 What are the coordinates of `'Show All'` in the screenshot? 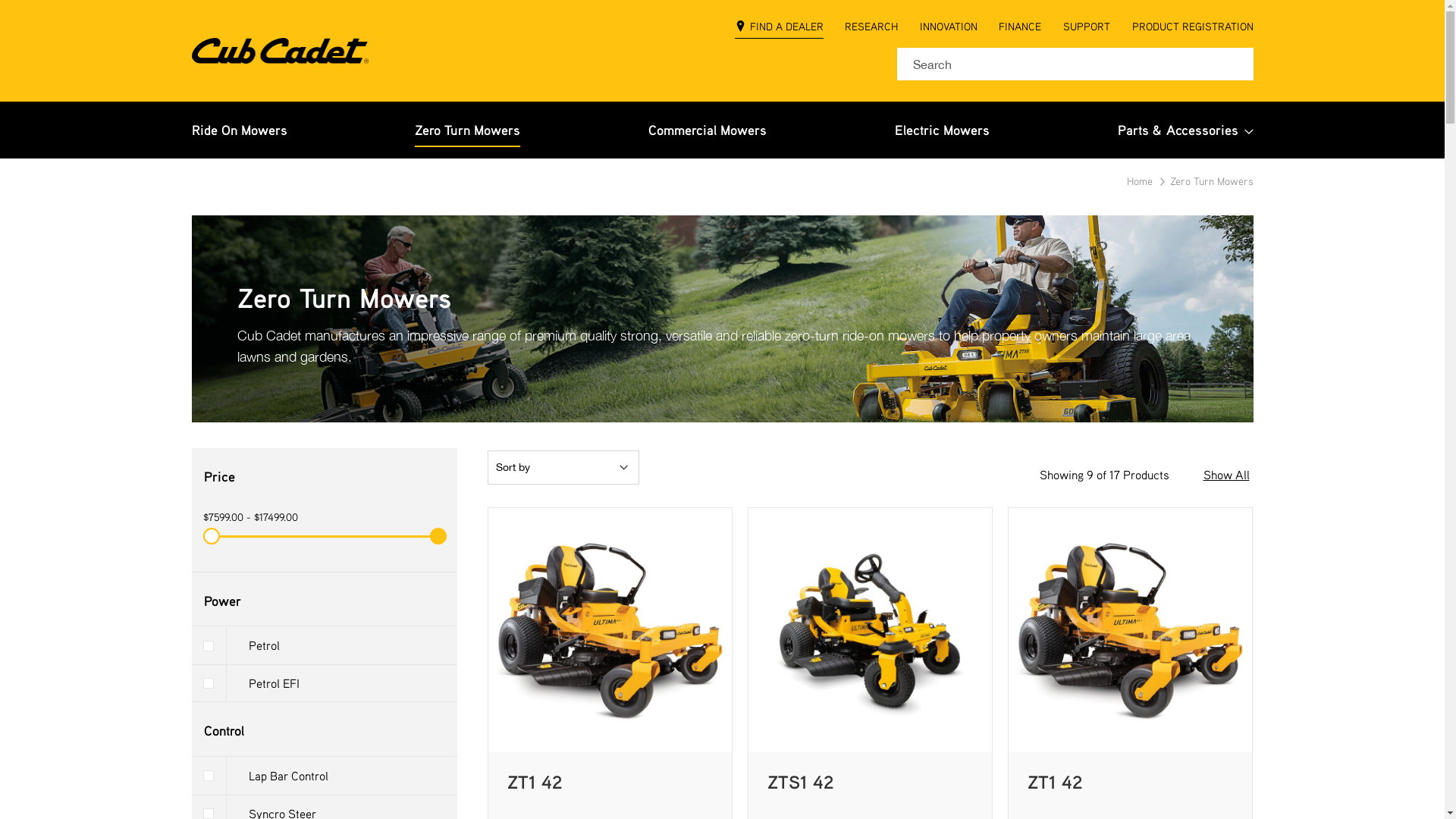 It's located at (1225, 474).